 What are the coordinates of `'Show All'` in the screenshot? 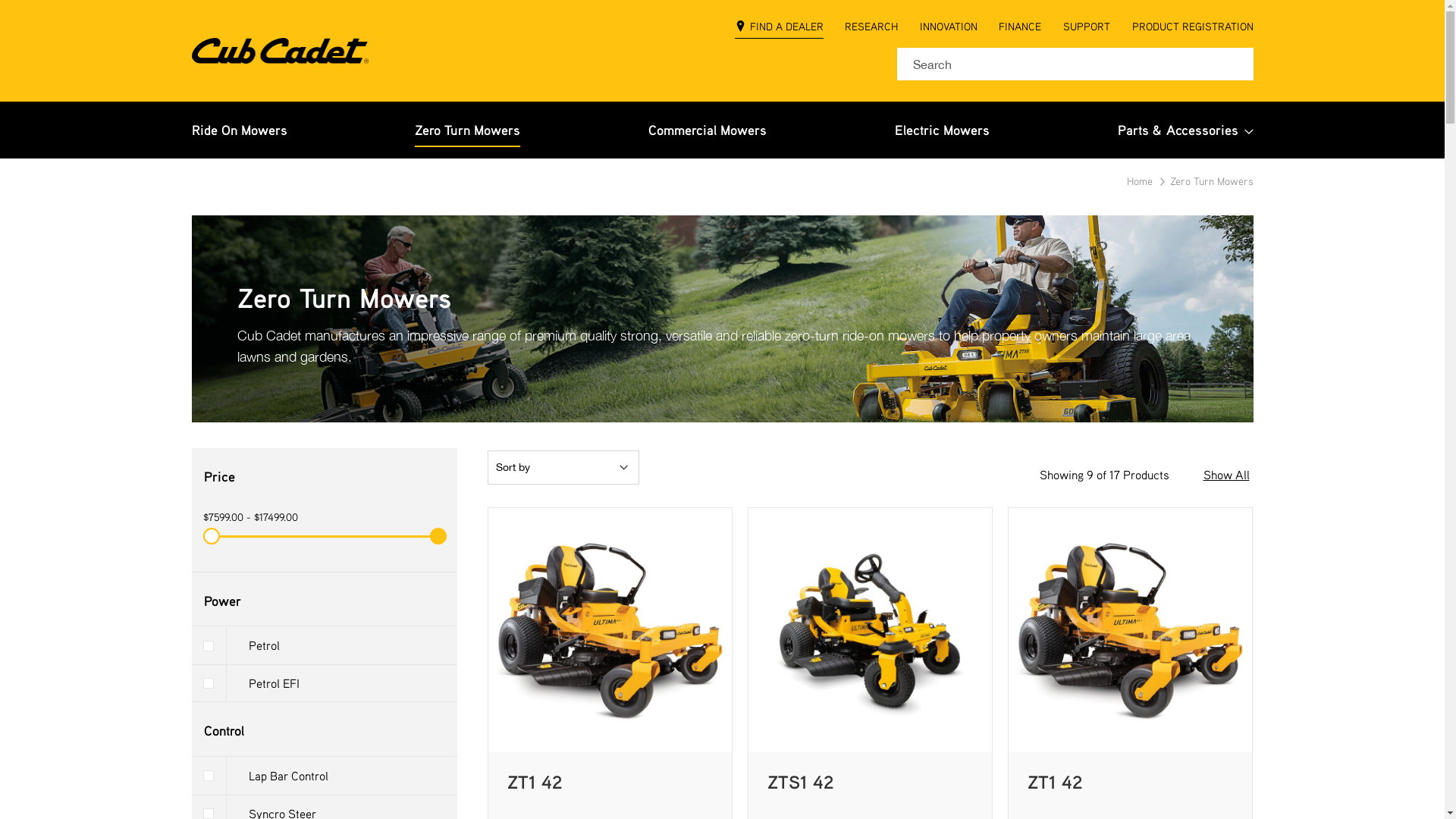 It's located at (1225, 474).